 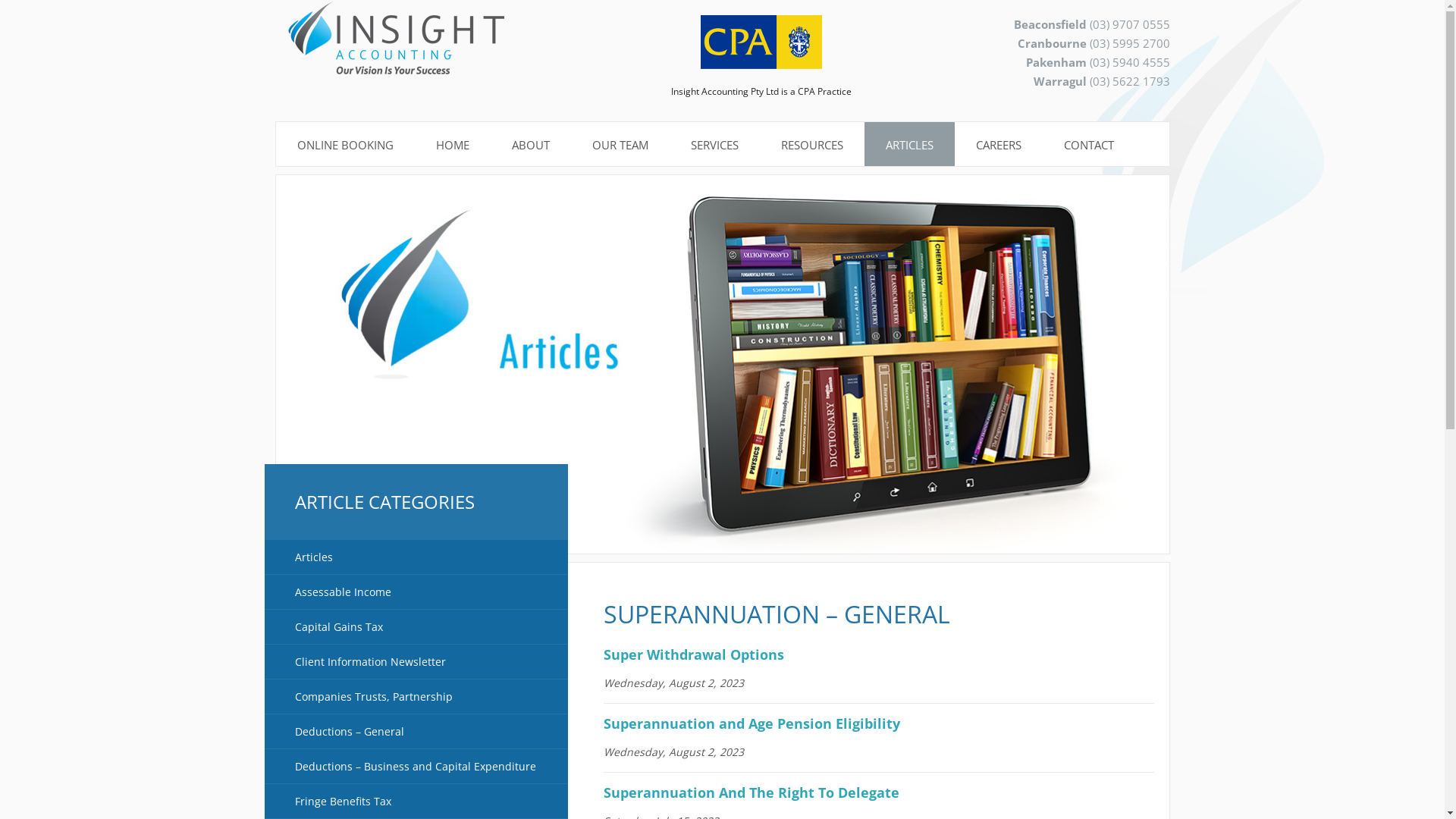 What do you see at coordinates (415, 591) in the screenshot?
I see `'Assessable Income'` at bounding box center [415, 591].